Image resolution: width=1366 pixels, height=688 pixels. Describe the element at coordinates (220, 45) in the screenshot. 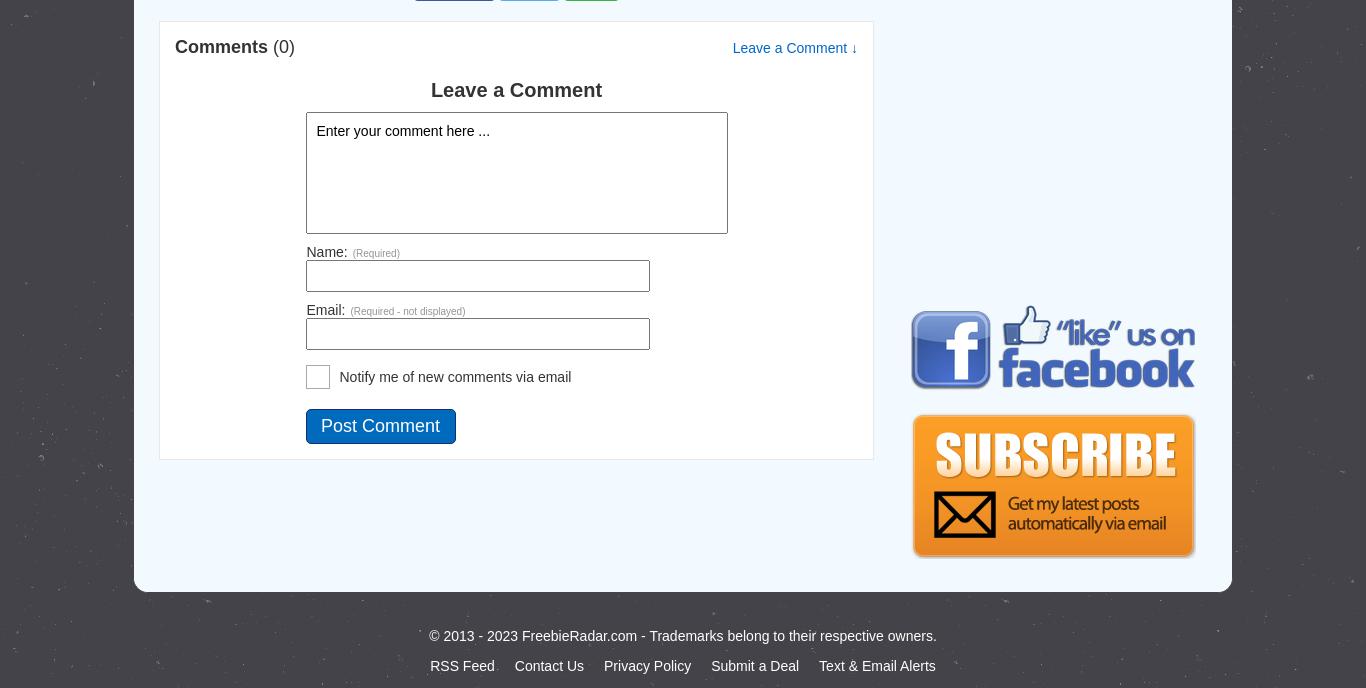

I see `'Comments'` at that location.